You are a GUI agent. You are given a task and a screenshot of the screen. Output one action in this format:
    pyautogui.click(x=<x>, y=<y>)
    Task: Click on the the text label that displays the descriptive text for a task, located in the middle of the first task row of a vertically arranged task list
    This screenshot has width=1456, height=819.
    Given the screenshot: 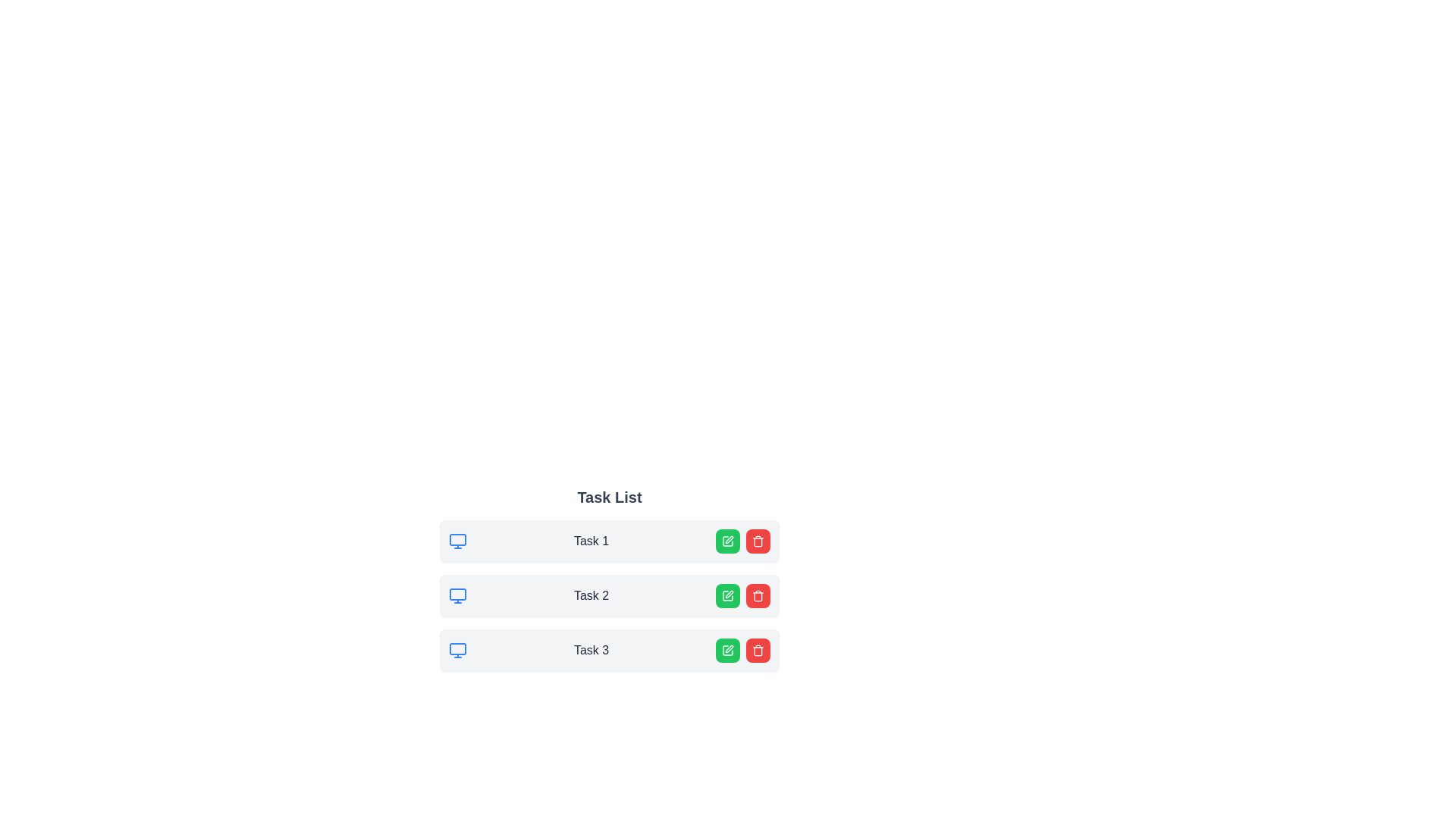 What is the action you would take?
    pyautogui.click(x=590, y=540)
    